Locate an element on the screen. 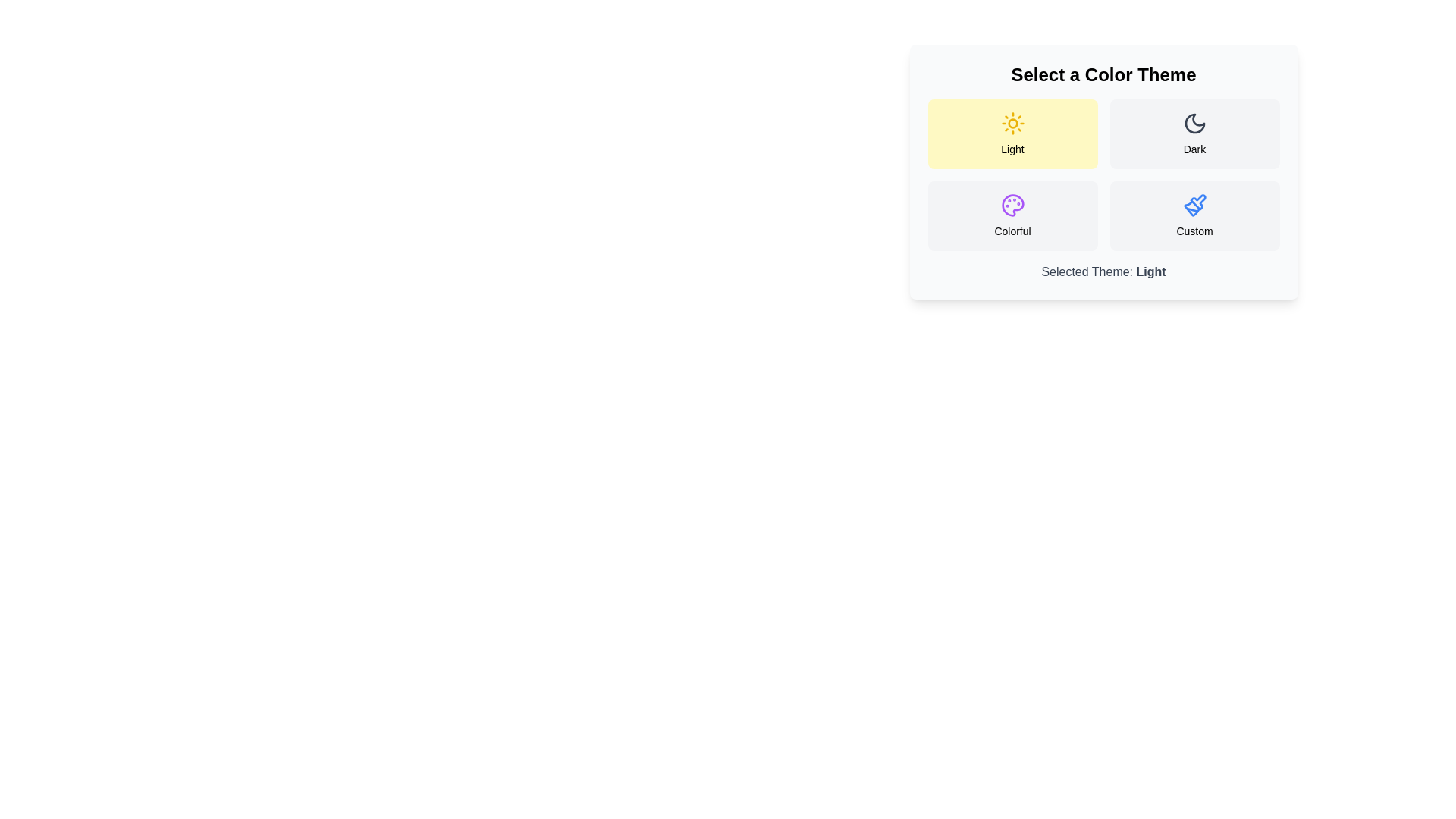  the theme button labeled 'Custom' to observe its hover effect is located at coordinates (1194, 216).